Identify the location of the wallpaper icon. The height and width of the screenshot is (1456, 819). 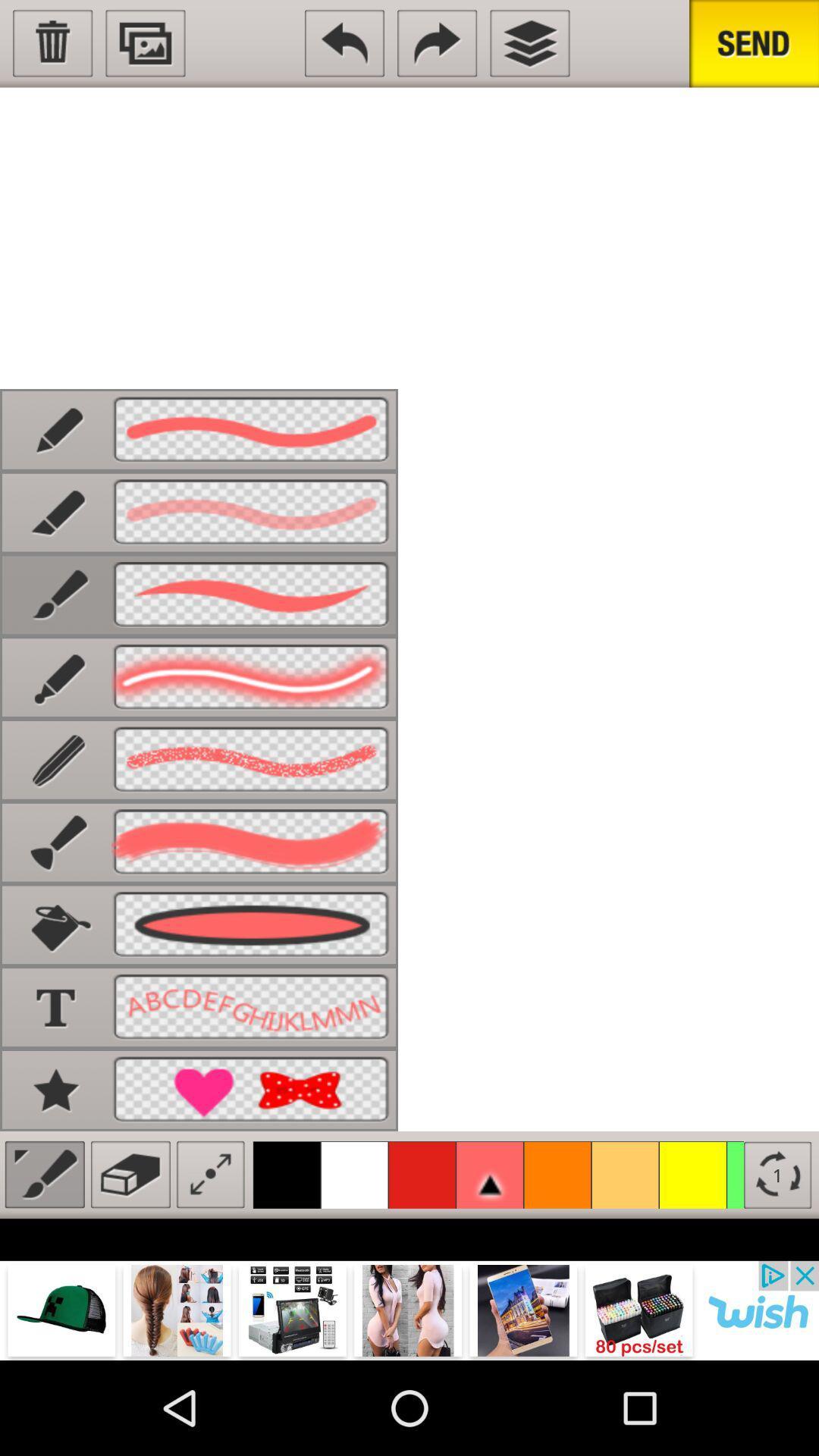
(146, 43).